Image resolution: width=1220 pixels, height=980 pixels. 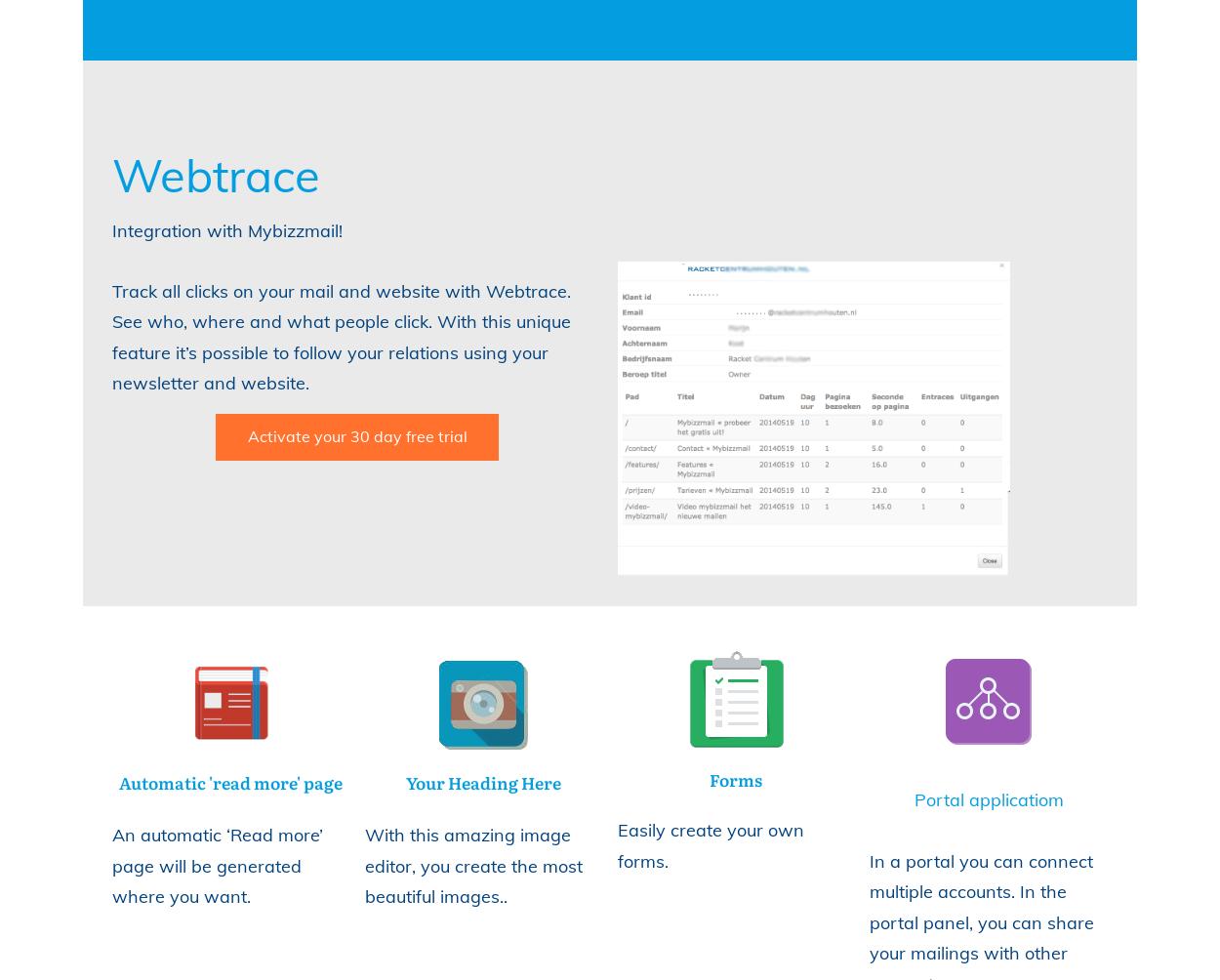 What do you see at coordinates (482, 782) in the screenshot?
I see `'Your Heading Here'` at bounding box center [482, 782].